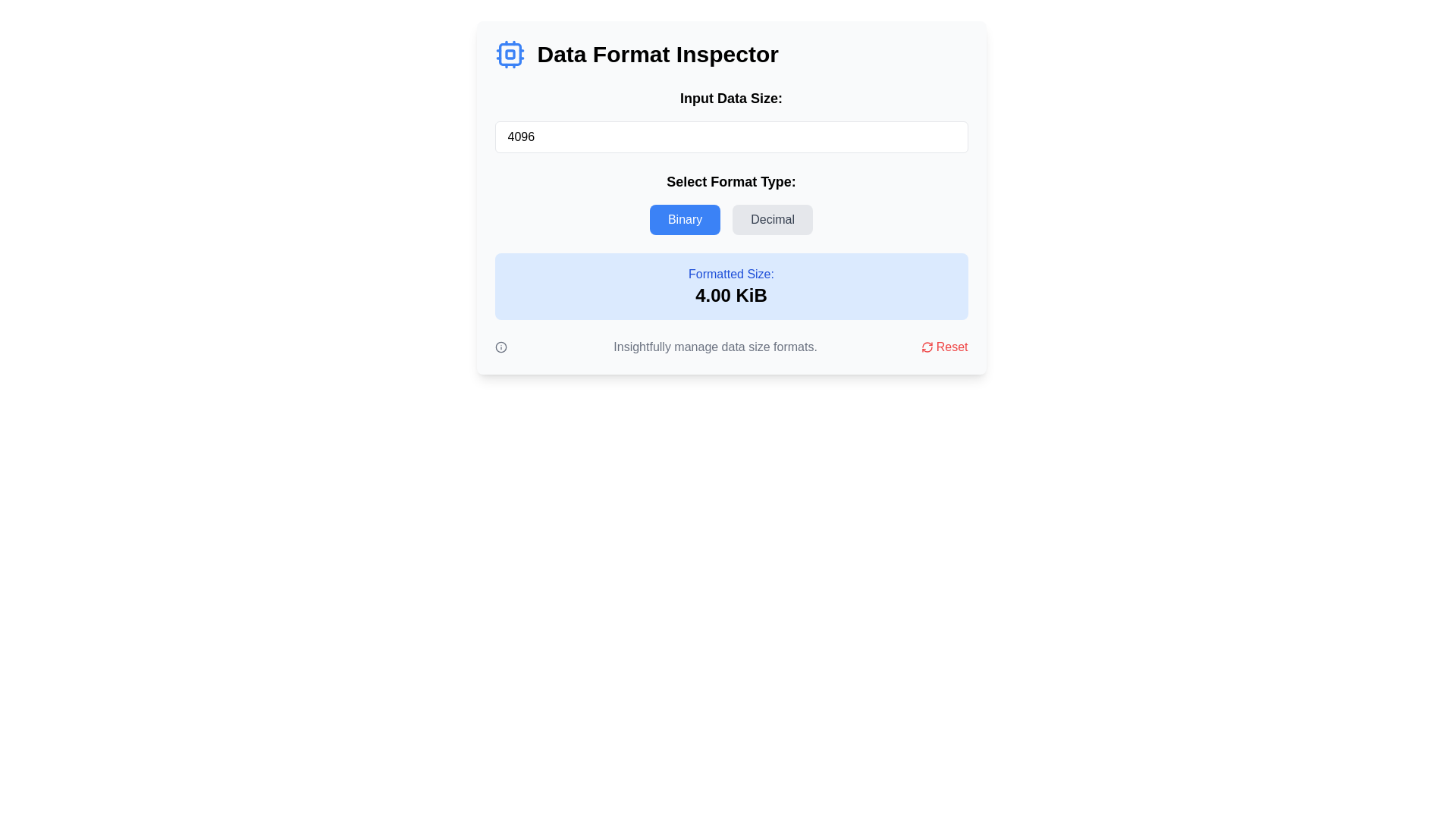 This screenshot has width=1456, height=819. Describe the element at coordinates (684, 219) in the screenshot. I see `the blue rectangular button labeled 'Binary' with white text` at that location.